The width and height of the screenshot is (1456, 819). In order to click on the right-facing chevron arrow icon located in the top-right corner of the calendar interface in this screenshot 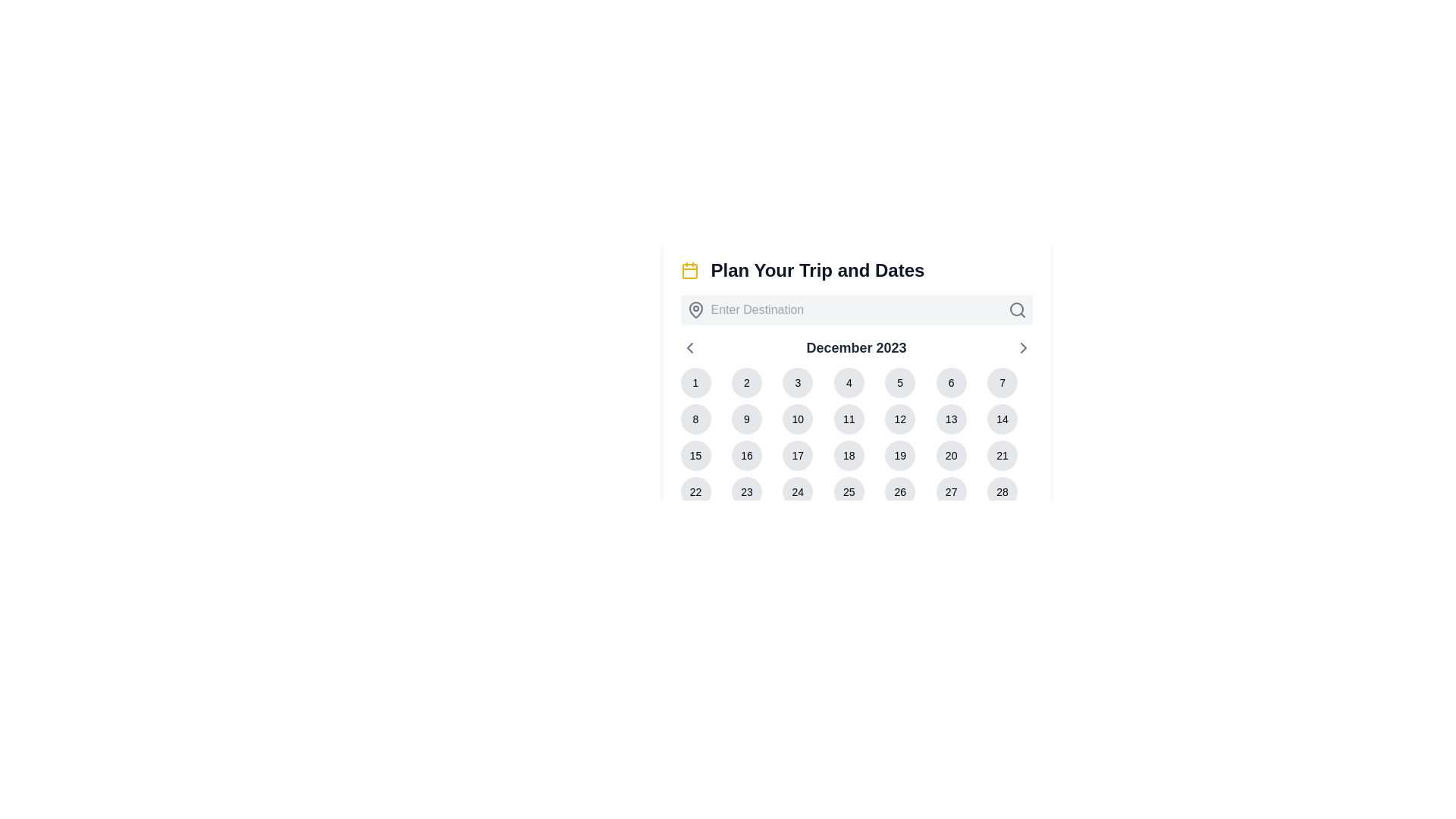, I will do `click(1023, 348)`.